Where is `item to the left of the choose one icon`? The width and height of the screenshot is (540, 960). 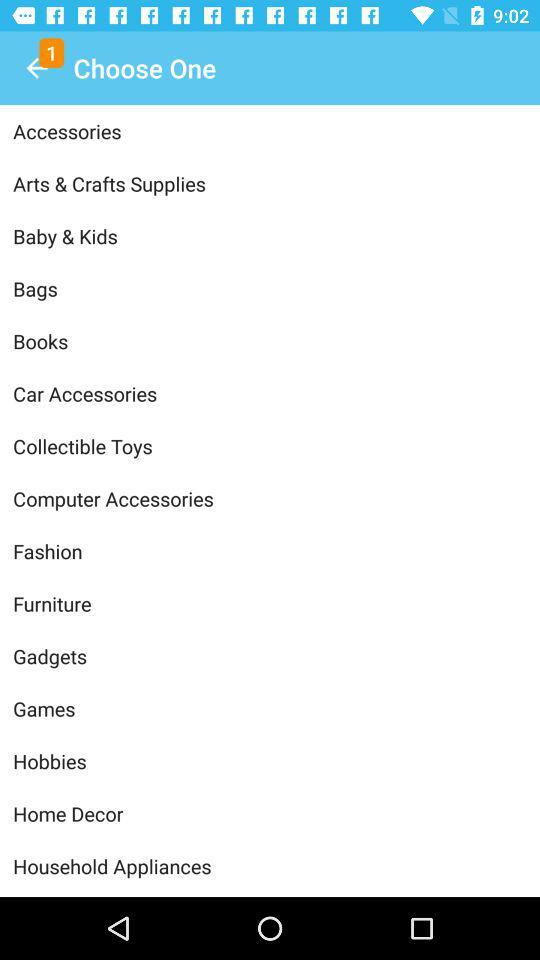 item to the left of the choose one icon is located at coordinates (36, 68).